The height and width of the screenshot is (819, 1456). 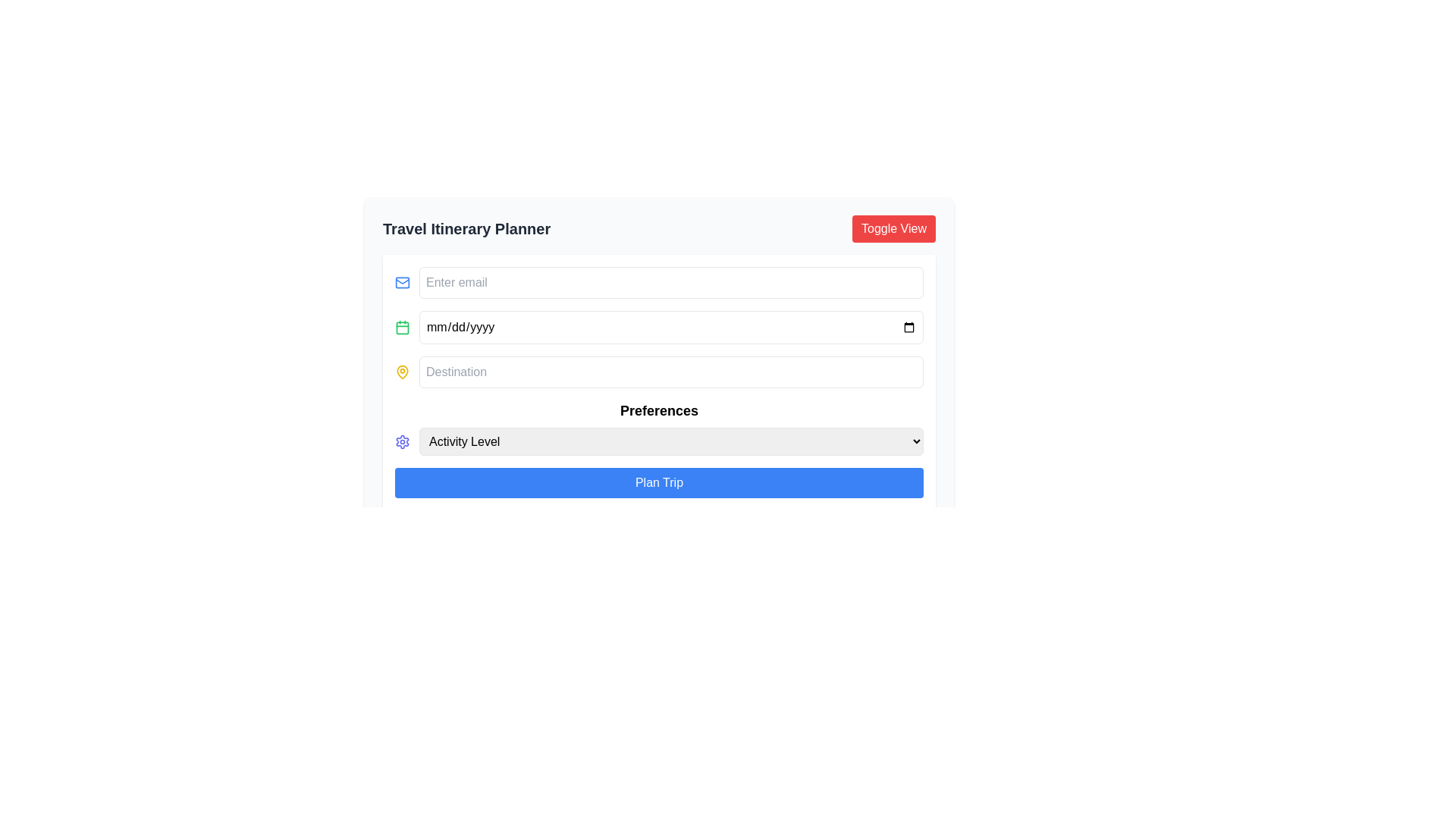 I want to click on the orange and white pin icon, which resembles a typical location marker and is positioned alongside the 'Destination' input field, so click(x=403, y=371).